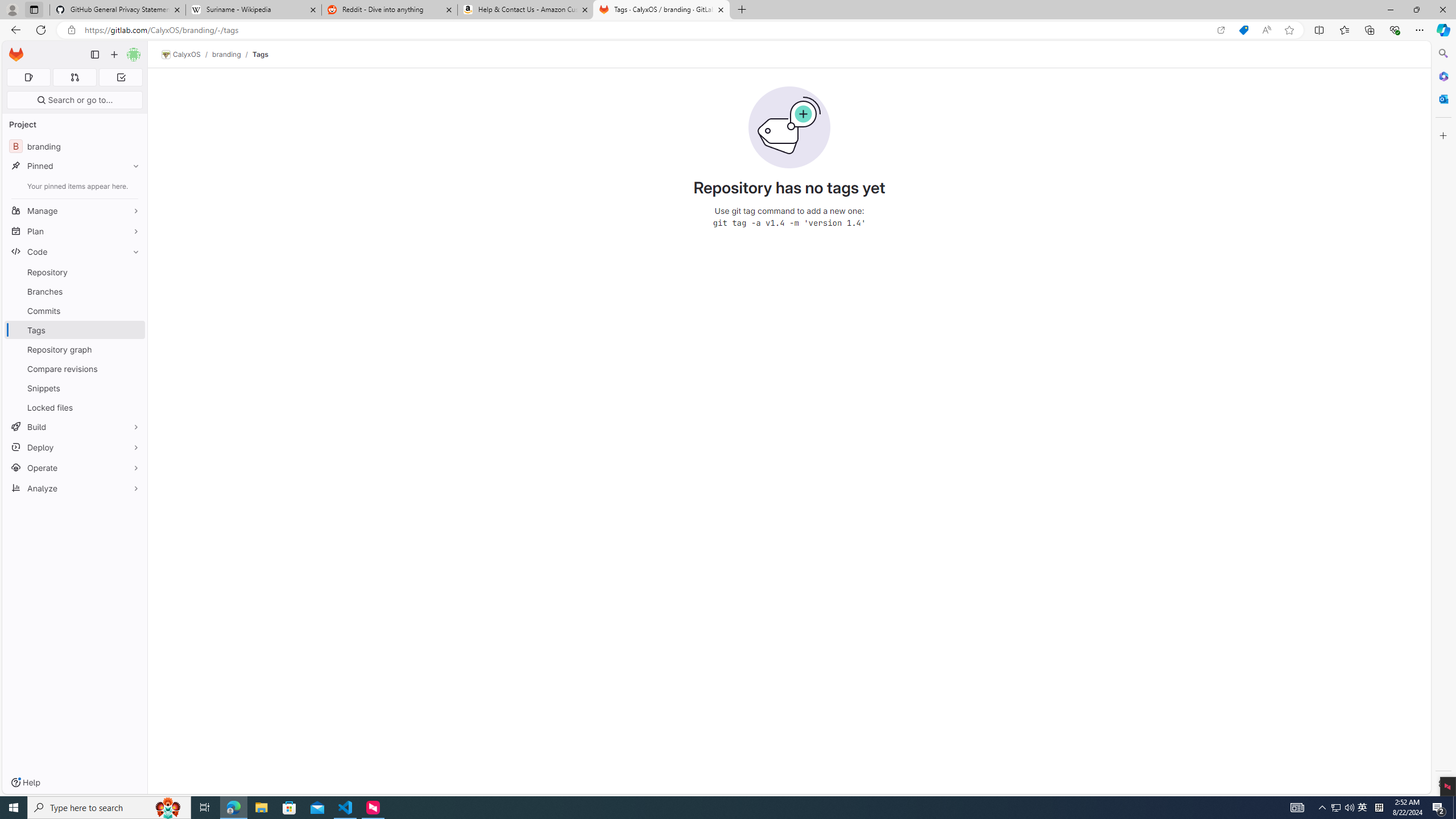  What do you see at coordinates (74, 310) in the screenshot?
I see `'Commits'` at bounding box center [74, 310].